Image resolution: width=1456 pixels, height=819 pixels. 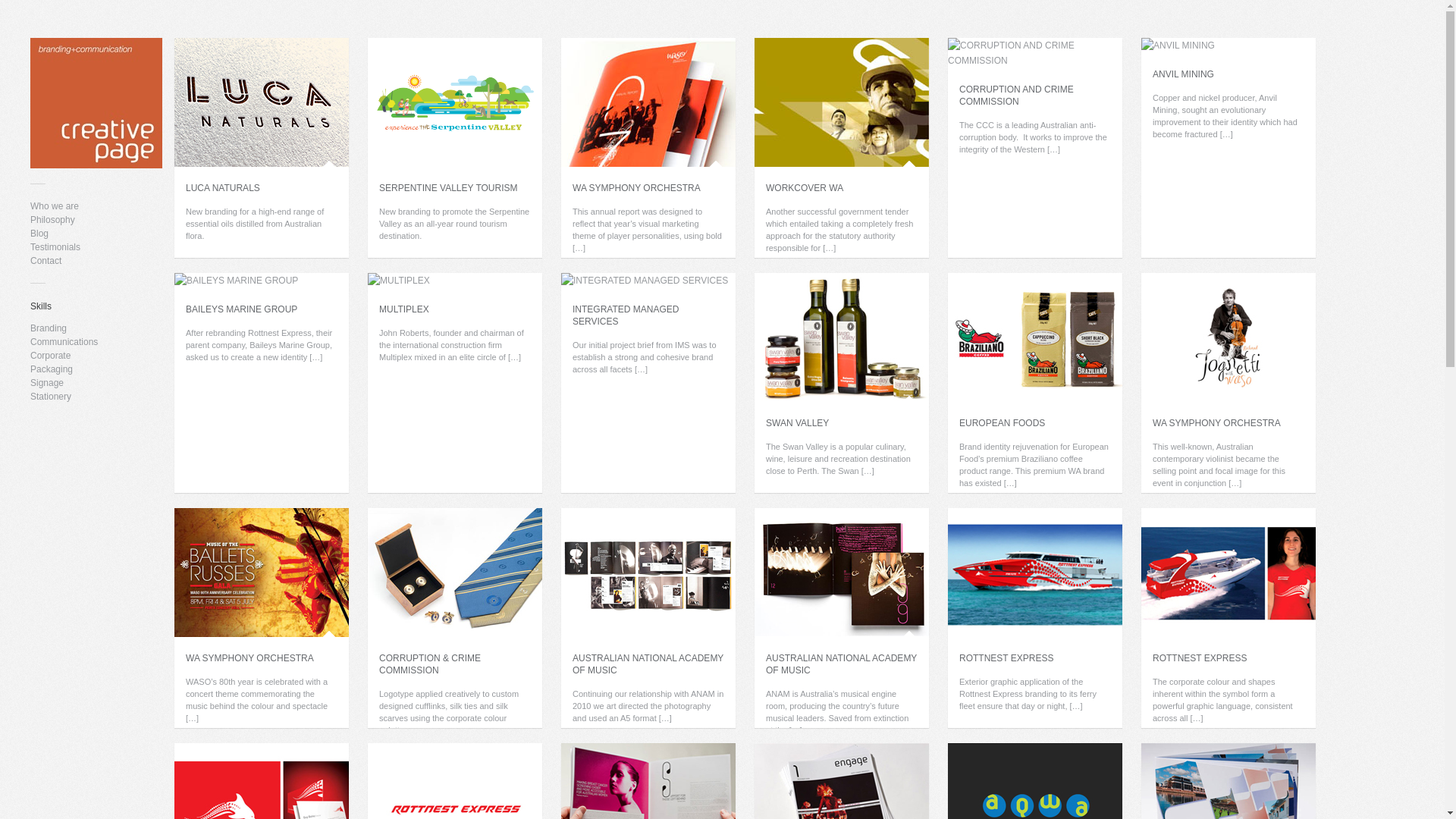 What do you see at coordinates (1016, 96) in the screenshot?
I see `'CORRUPTION AND CRIME COMMISSION'` at bounding box center [1016, 96].